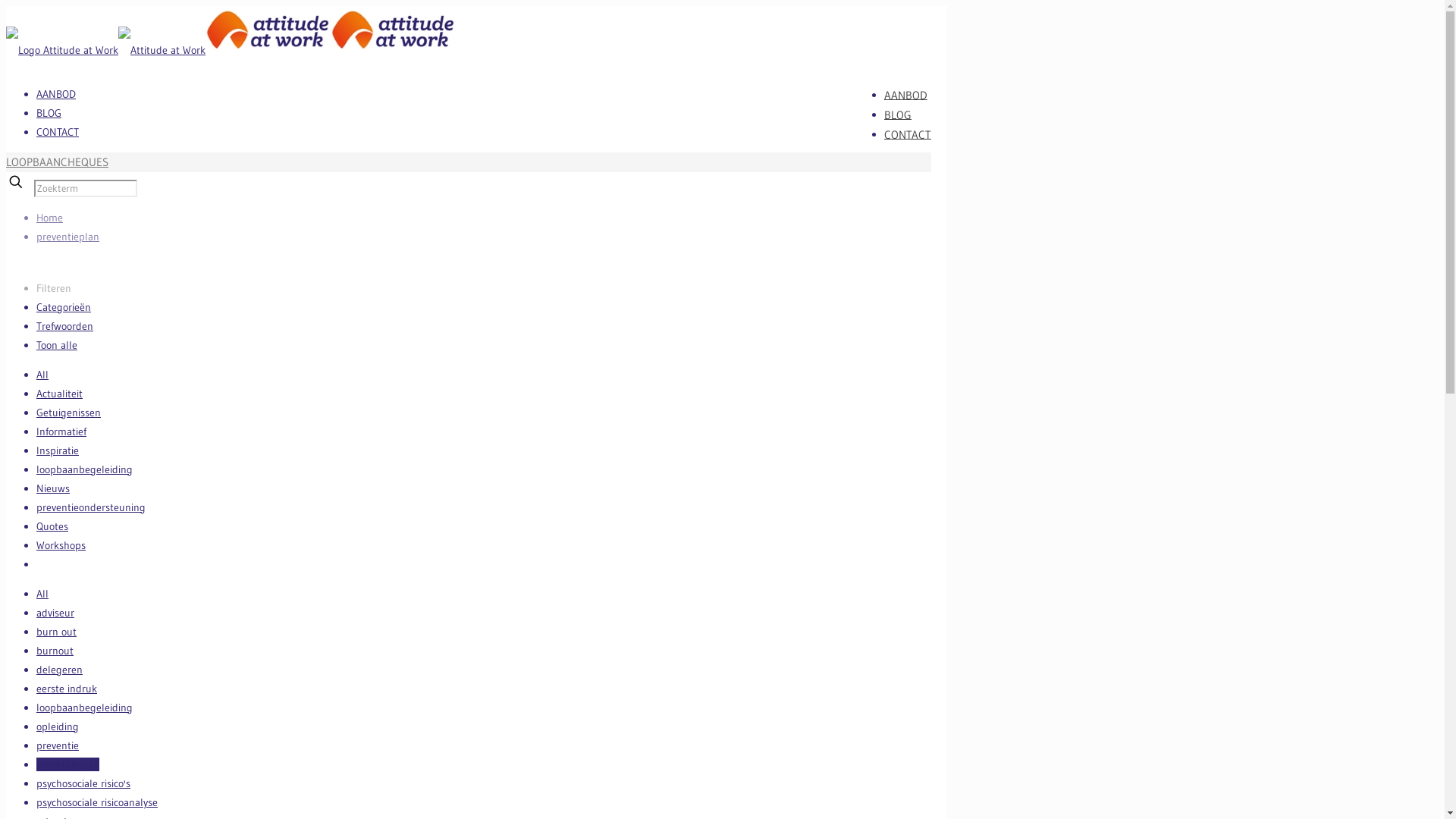 The width and height of the screenshot is (1456, 819). I want to click on 'delegeren', so click(59, 669).